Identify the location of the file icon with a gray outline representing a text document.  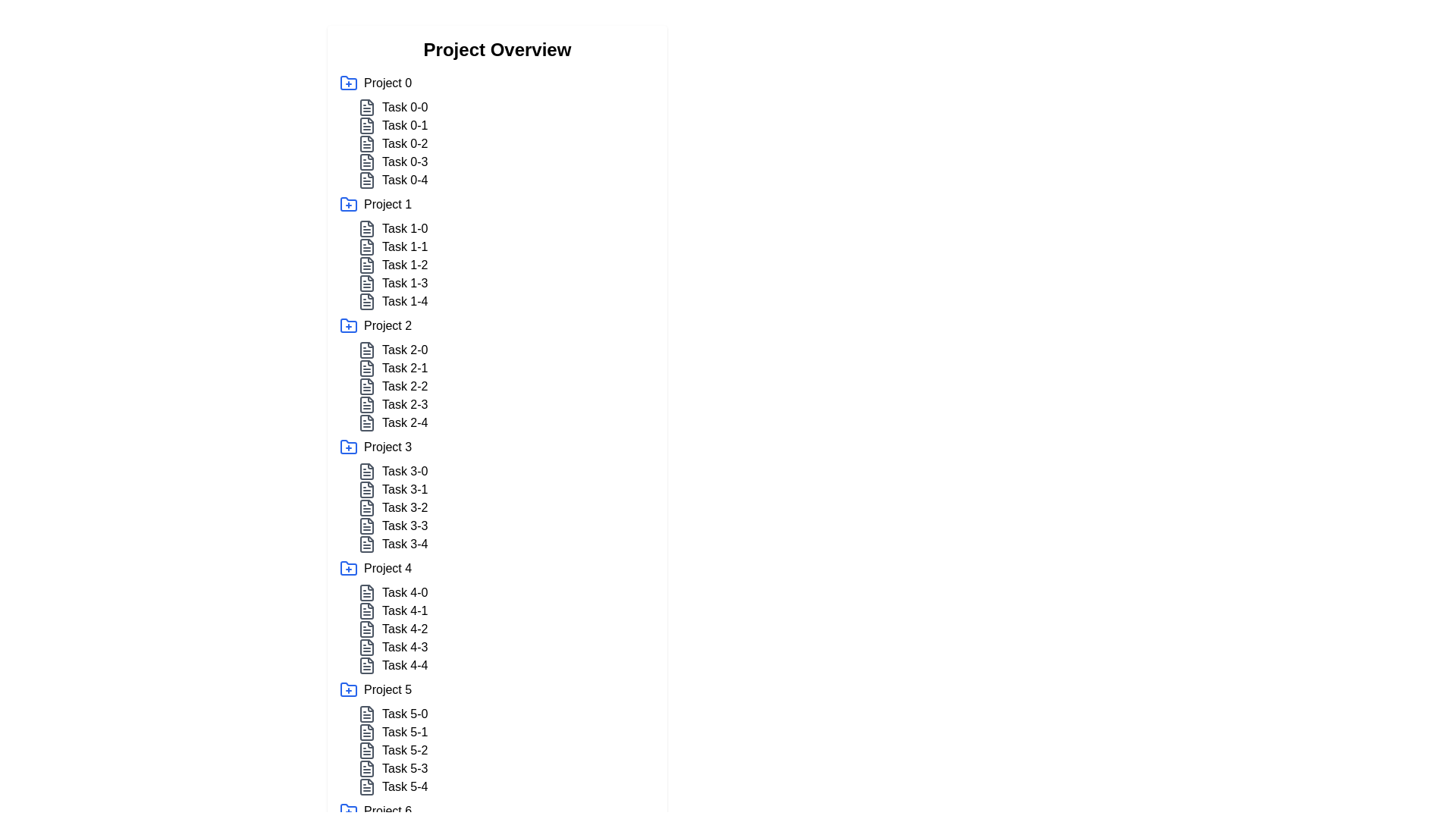
(367, 592).